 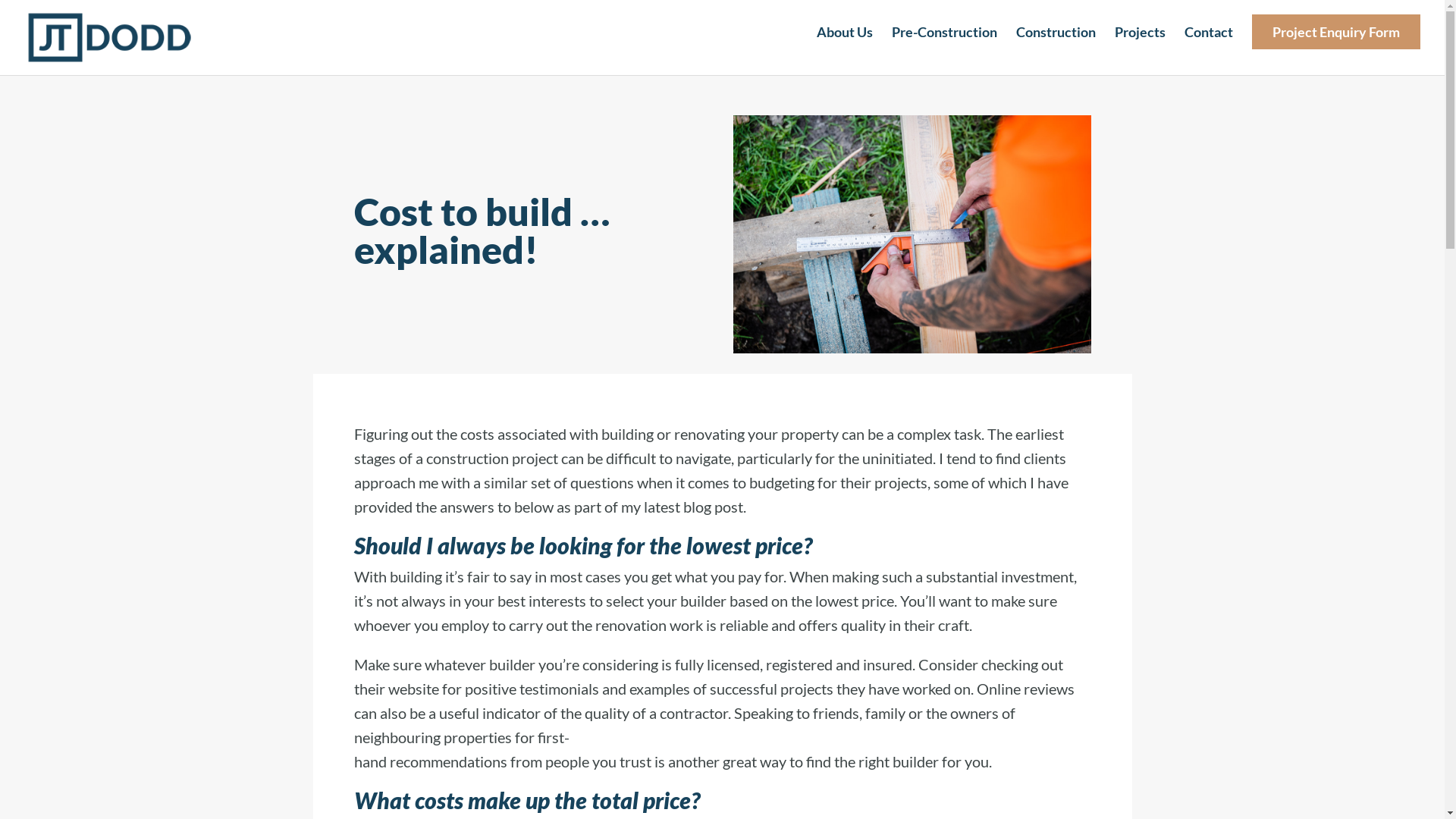 What do you see at coordinates (1140, 44) in the screenshot?
I see `'Projects'` at bounding box center [1140, 44].